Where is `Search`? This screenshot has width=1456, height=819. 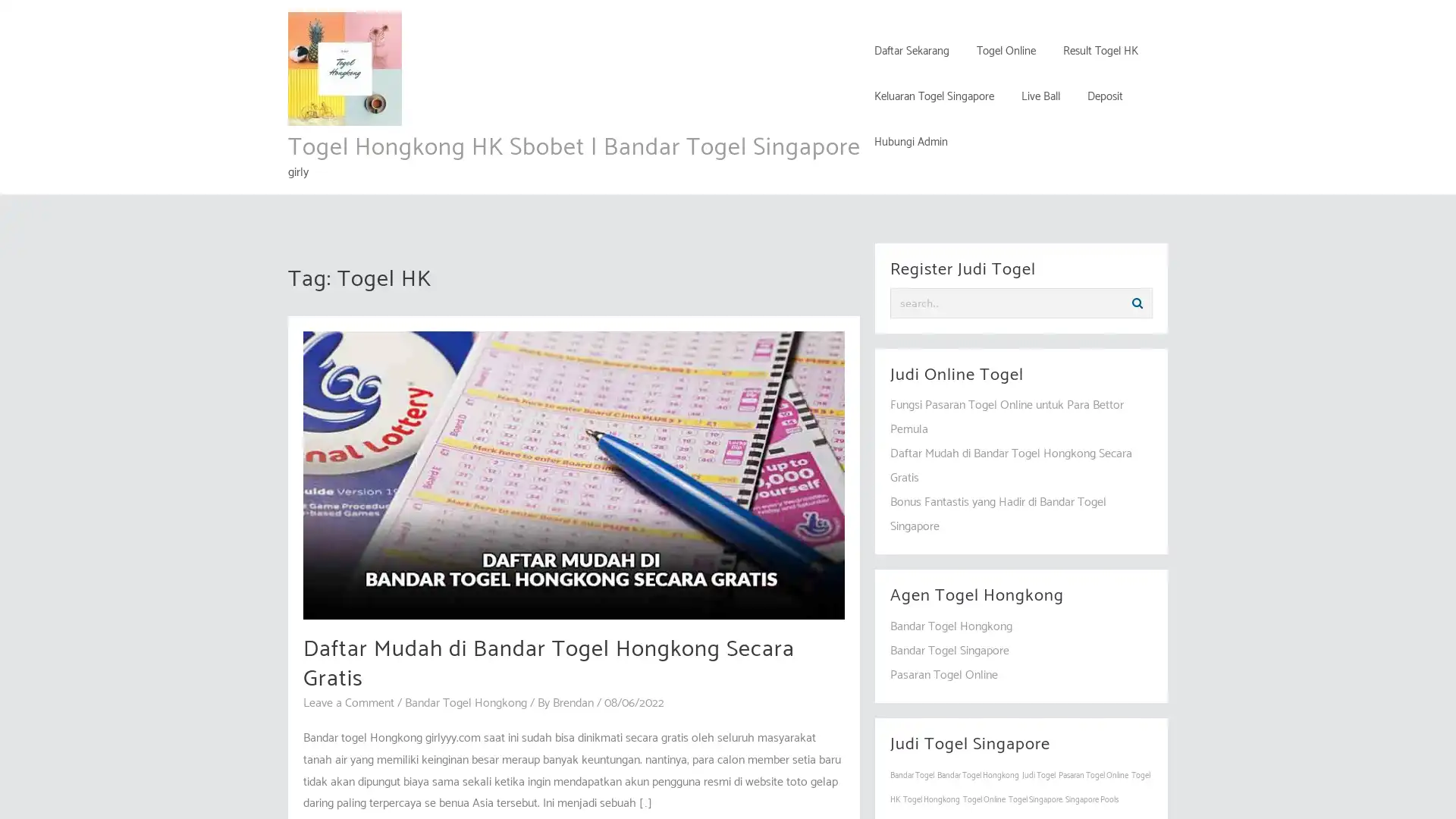 Search is located at coordinates (1137, 303).